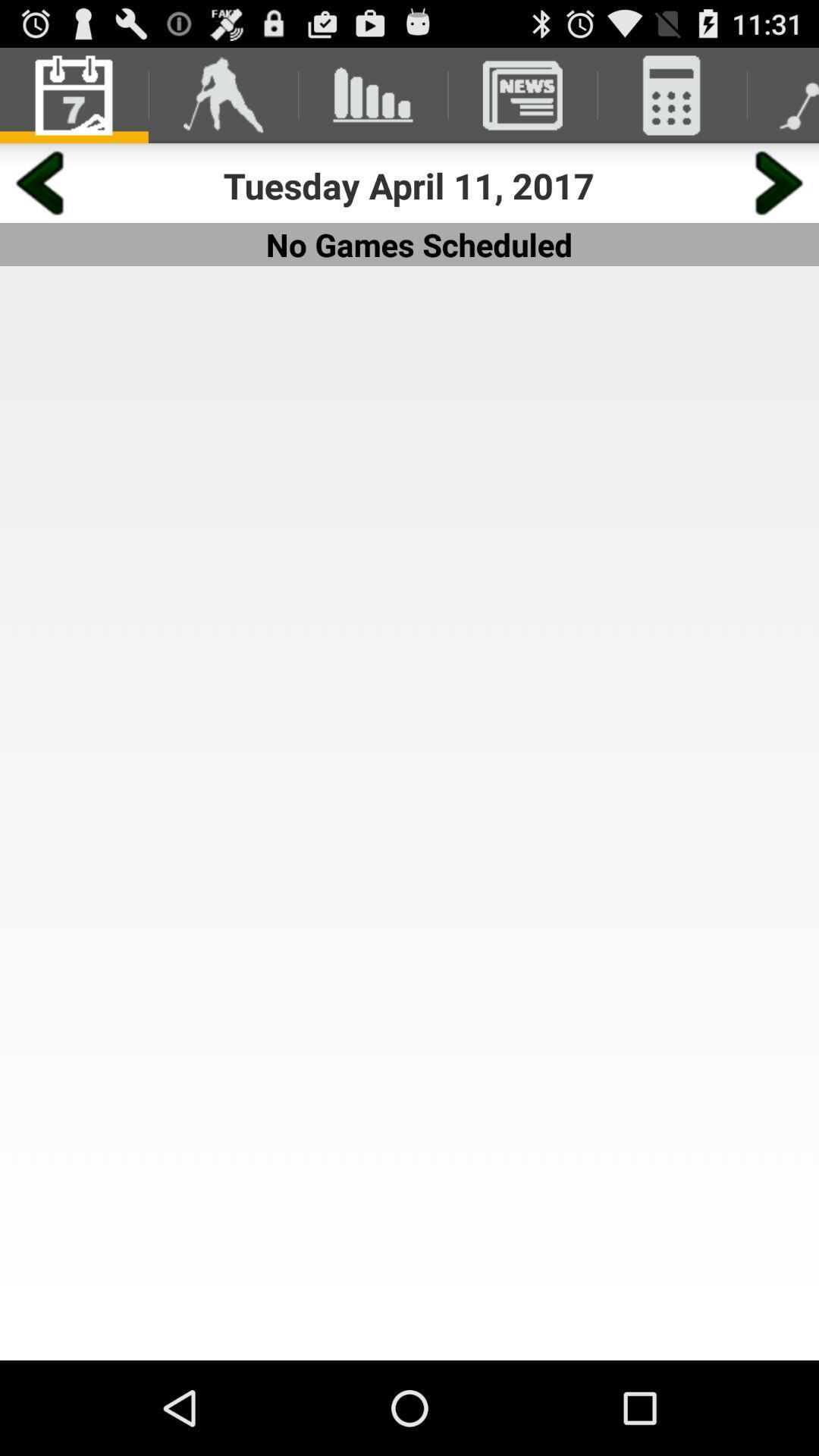 This screenshot has height=1456, width=819. Describe the element at coordinates (39, 182) in the screenshot. I see `scroll date left` at that location.